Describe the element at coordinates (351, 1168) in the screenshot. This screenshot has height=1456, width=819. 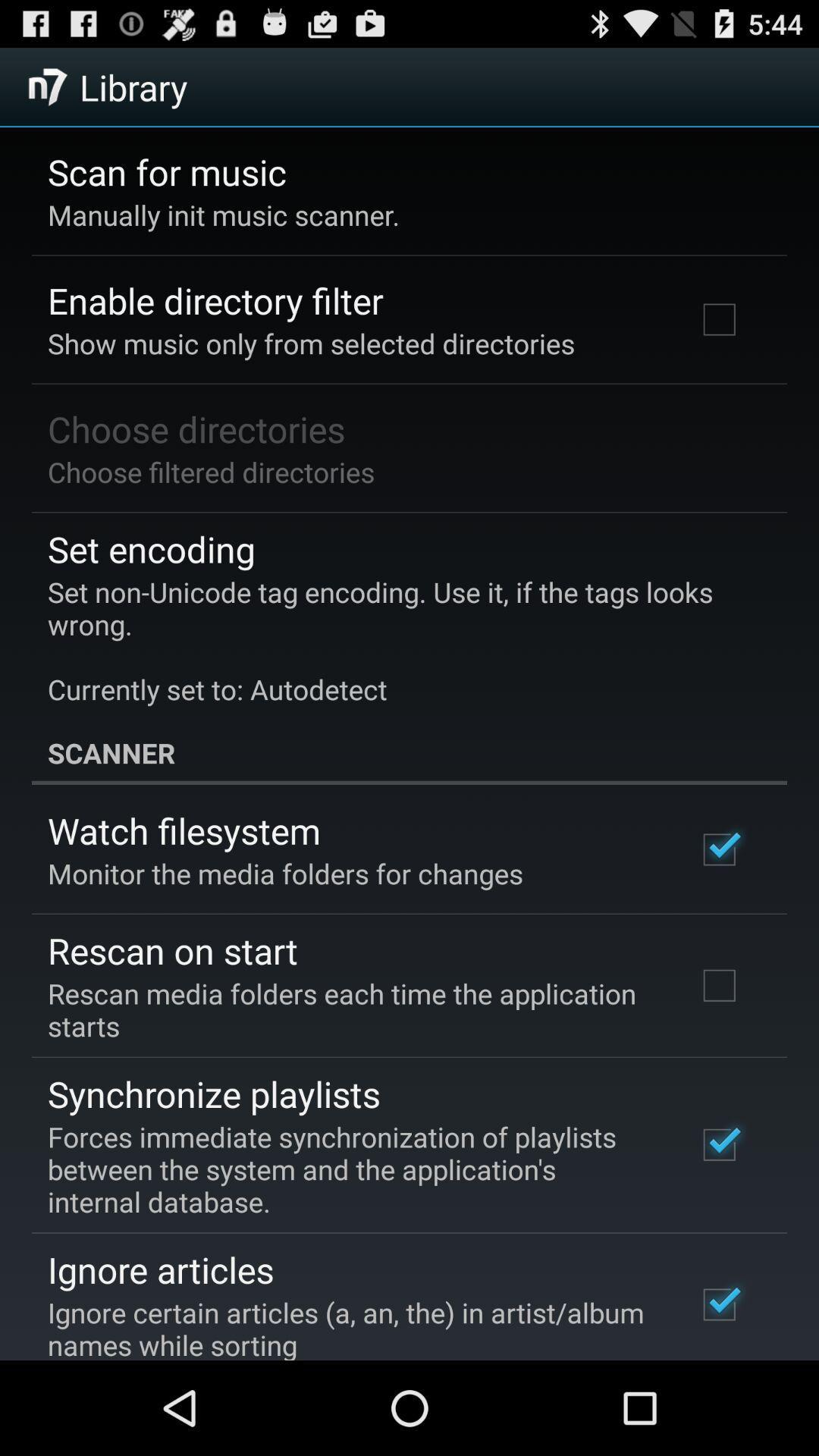
I see `forces immediate synchronization` at that location.